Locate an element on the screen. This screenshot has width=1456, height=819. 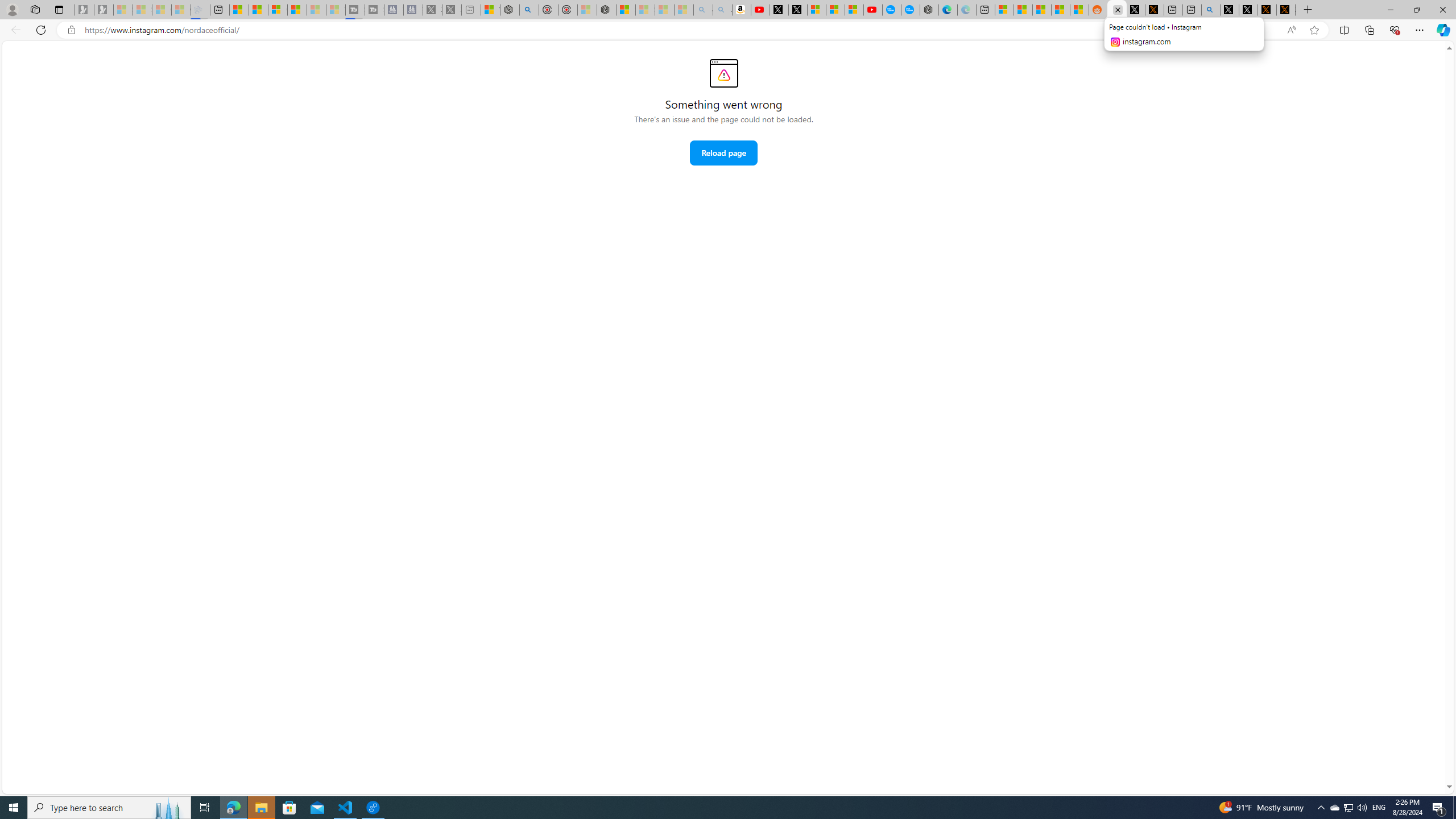
'Nordace - Nordace Siena Is Not An Ordinary Backpack' is located at coordinates (607, 9).